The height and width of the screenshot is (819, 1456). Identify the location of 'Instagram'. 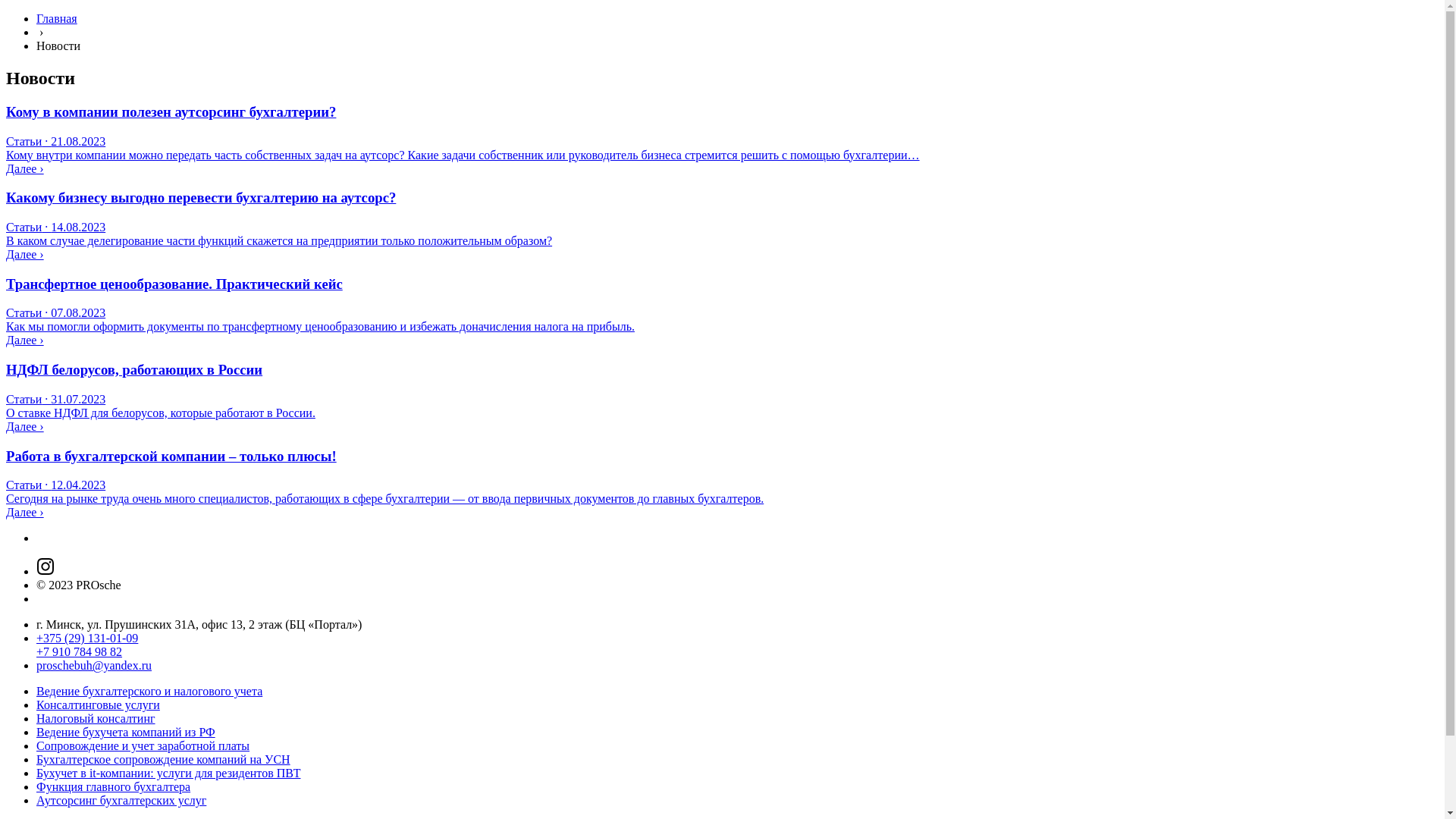
(45, 571).